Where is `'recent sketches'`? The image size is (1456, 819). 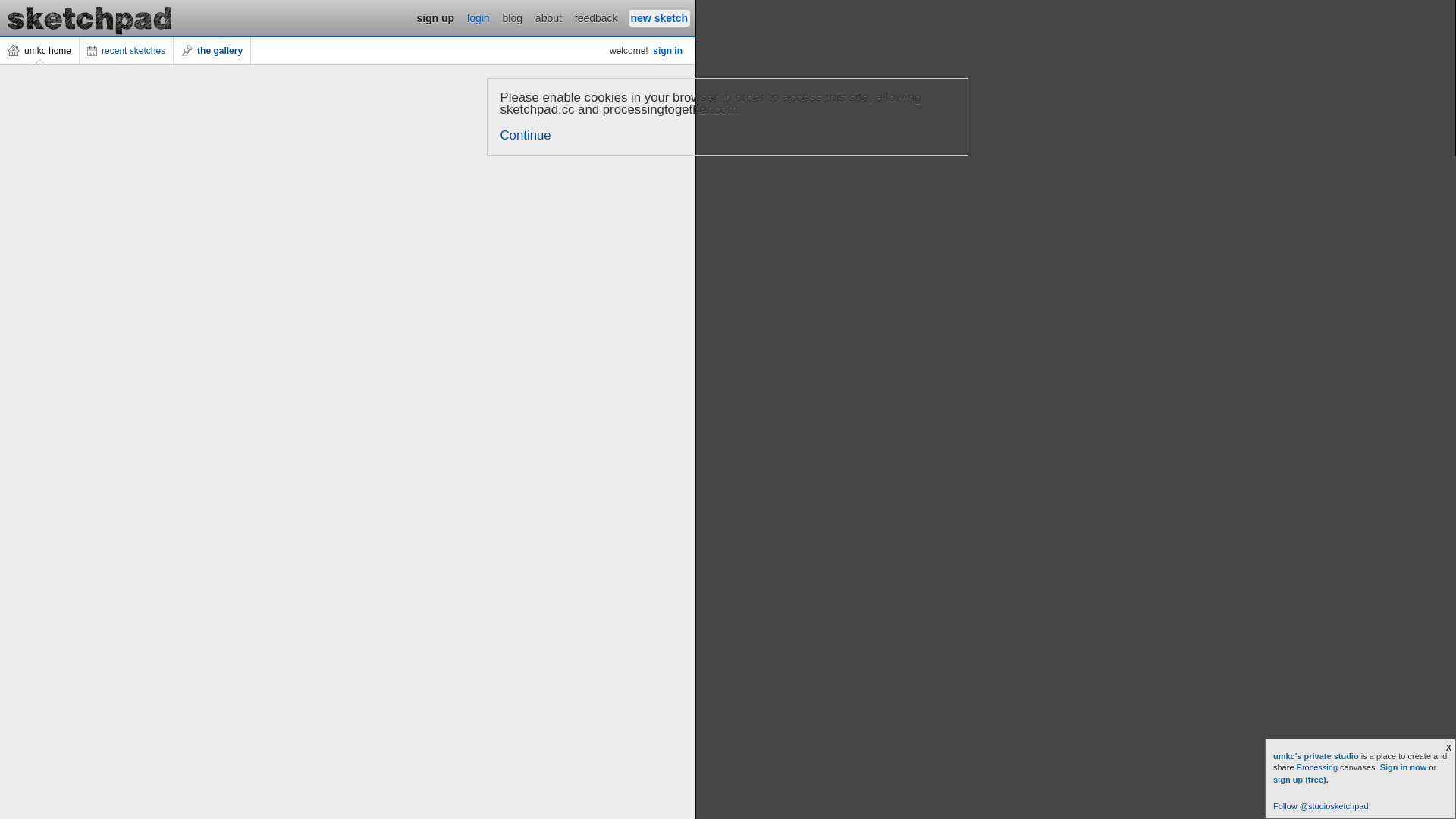
'recent sketches' is located at coordinates (127, 49).